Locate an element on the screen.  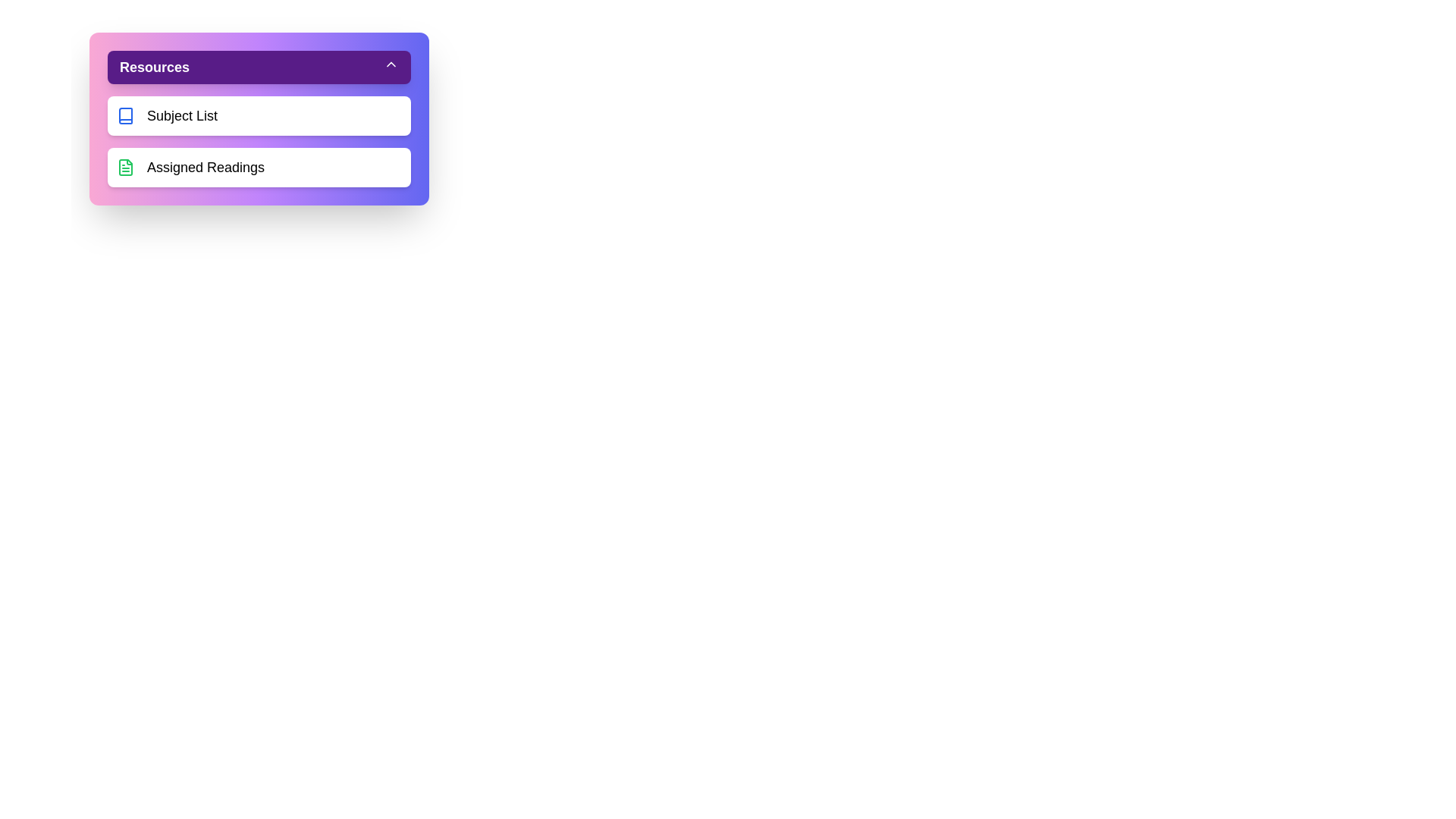
the 'Subject List' text label, which is styled with a larger bold font and is positioned within the 'Resources' panel as the first item, above 'Assigned Readings' is located at coordinates (182, 115).